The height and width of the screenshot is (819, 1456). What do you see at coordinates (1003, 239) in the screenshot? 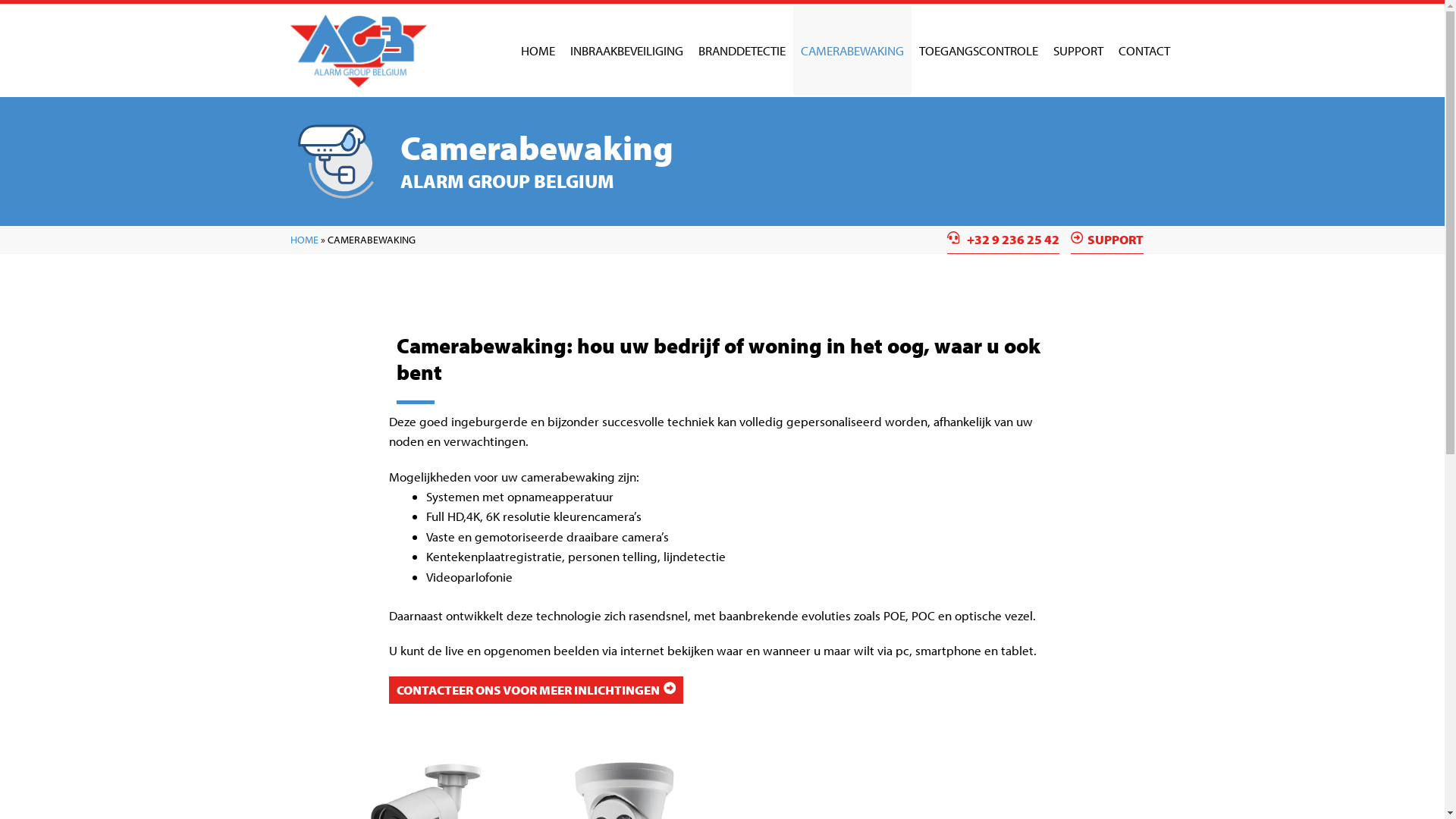
I see `'+32 9 236 25 42'` at bounding box center [1003, 239].